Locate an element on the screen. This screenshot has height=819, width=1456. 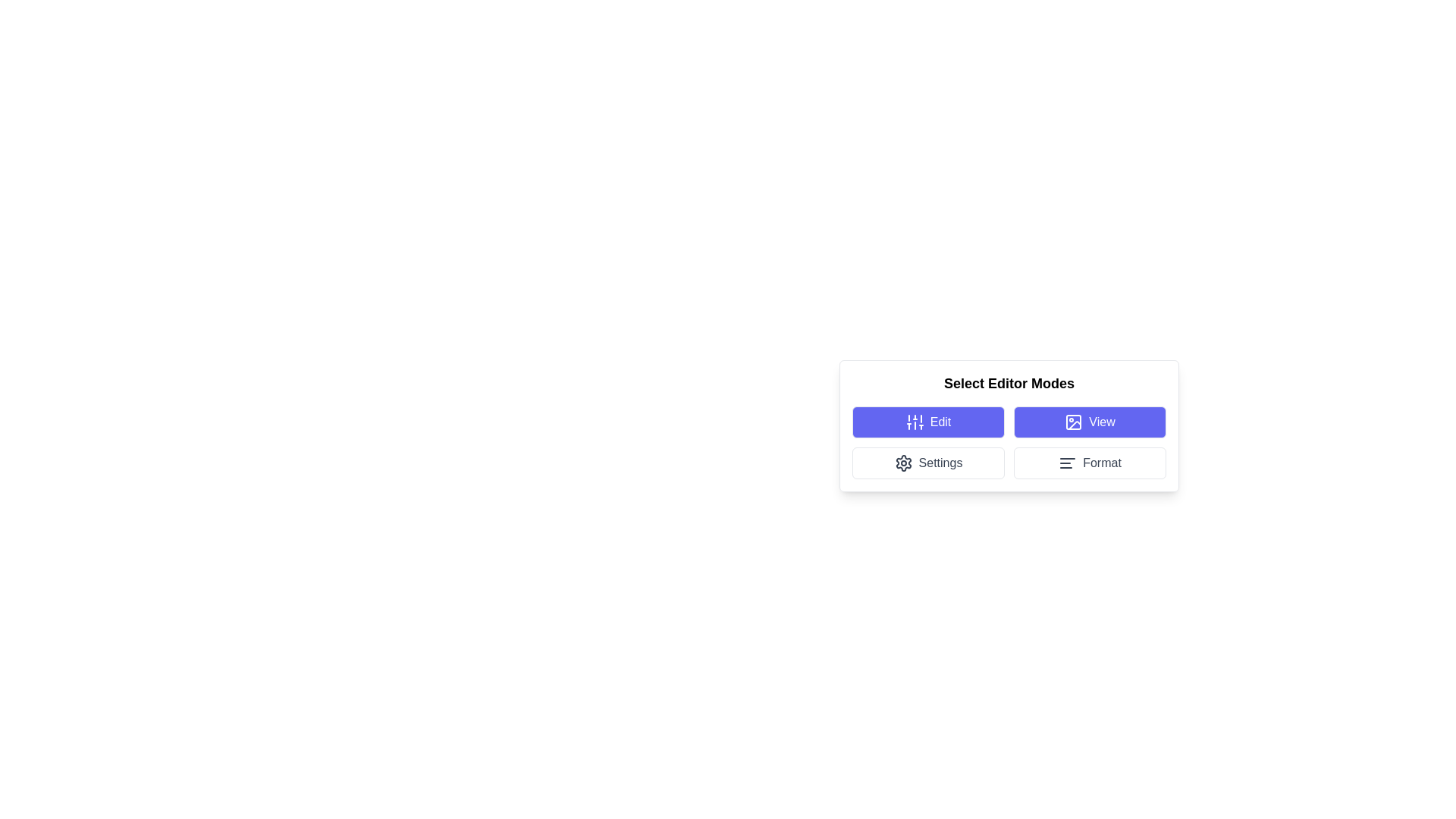
the 'Format' button located in the bottom-right corner of the settings options grid is located at coordinates (1089, 462).